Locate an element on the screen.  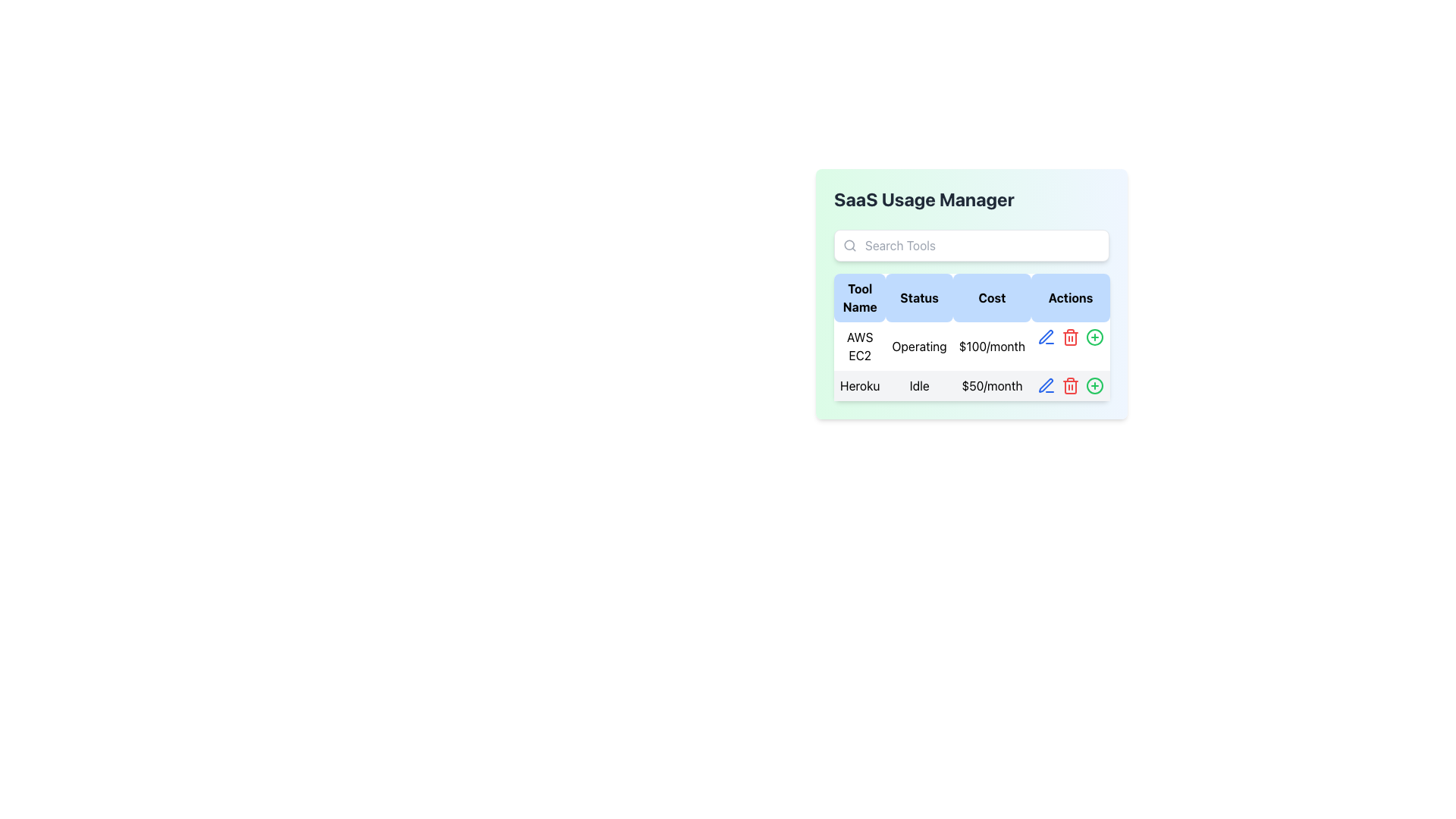
the text display element that indicates the cost of the 'Heroku' service, which is positioned between the 'Idle' status and the 'Actions' column in the table is located at coordinates (992, 385).